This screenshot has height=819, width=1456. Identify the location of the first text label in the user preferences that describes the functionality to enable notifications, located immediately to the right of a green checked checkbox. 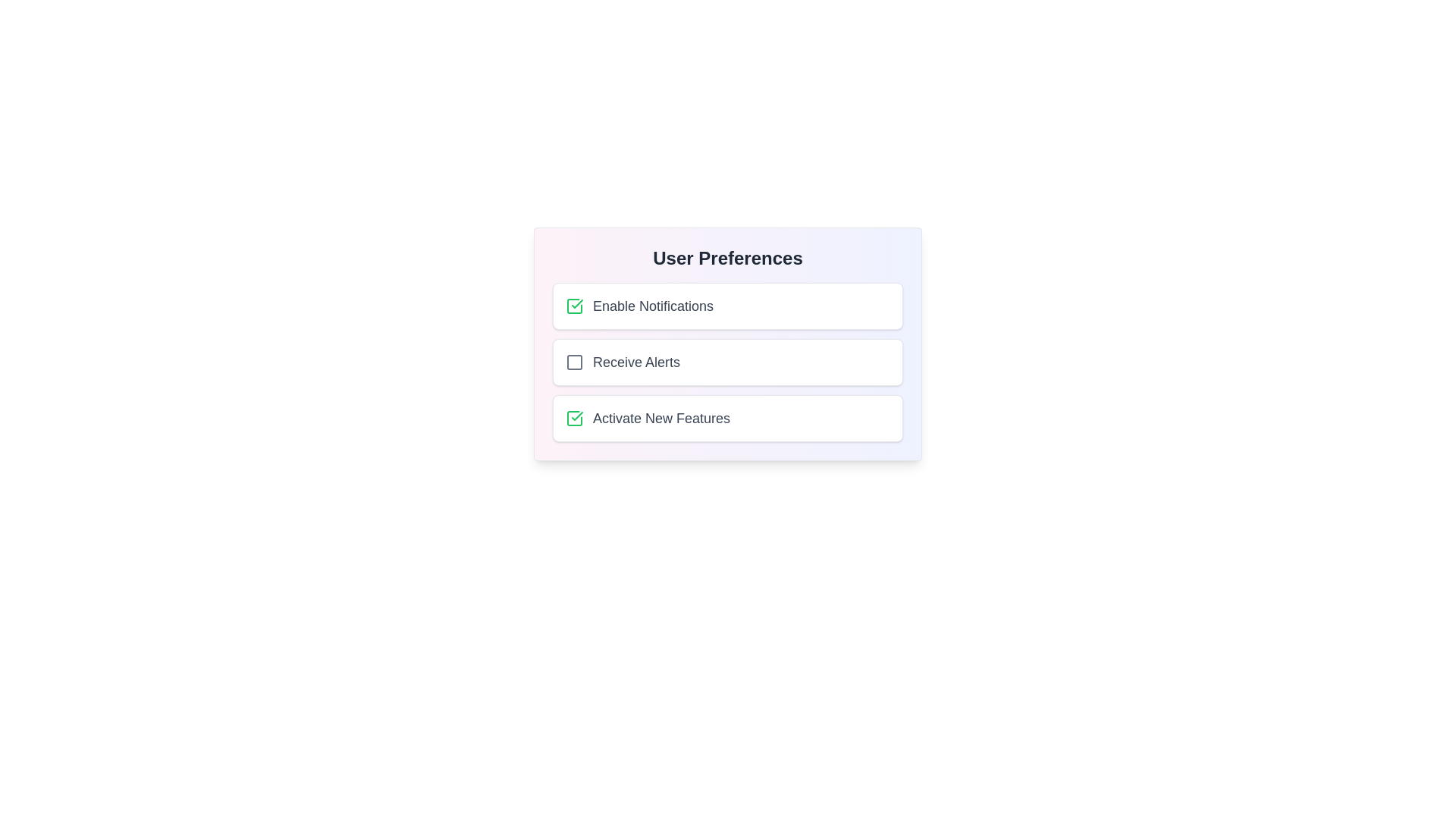
(653, 306).